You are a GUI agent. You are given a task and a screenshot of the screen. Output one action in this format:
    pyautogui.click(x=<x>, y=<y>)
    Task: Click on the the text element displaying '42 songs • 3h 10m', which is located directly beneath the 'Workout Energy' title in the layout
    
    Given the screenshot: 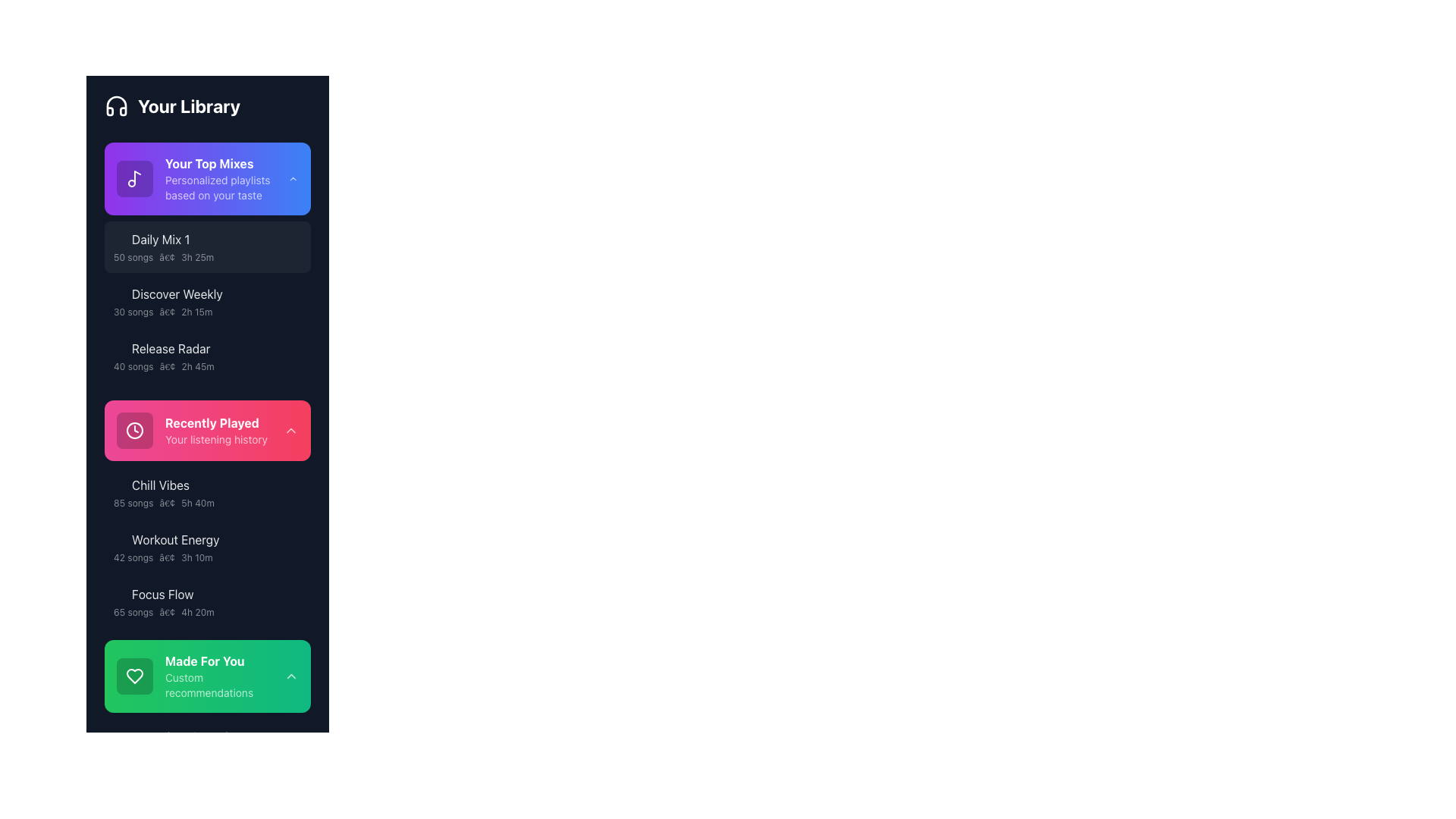 What is the action you would take?
    pyautogui.click(x=199, y=558)
    